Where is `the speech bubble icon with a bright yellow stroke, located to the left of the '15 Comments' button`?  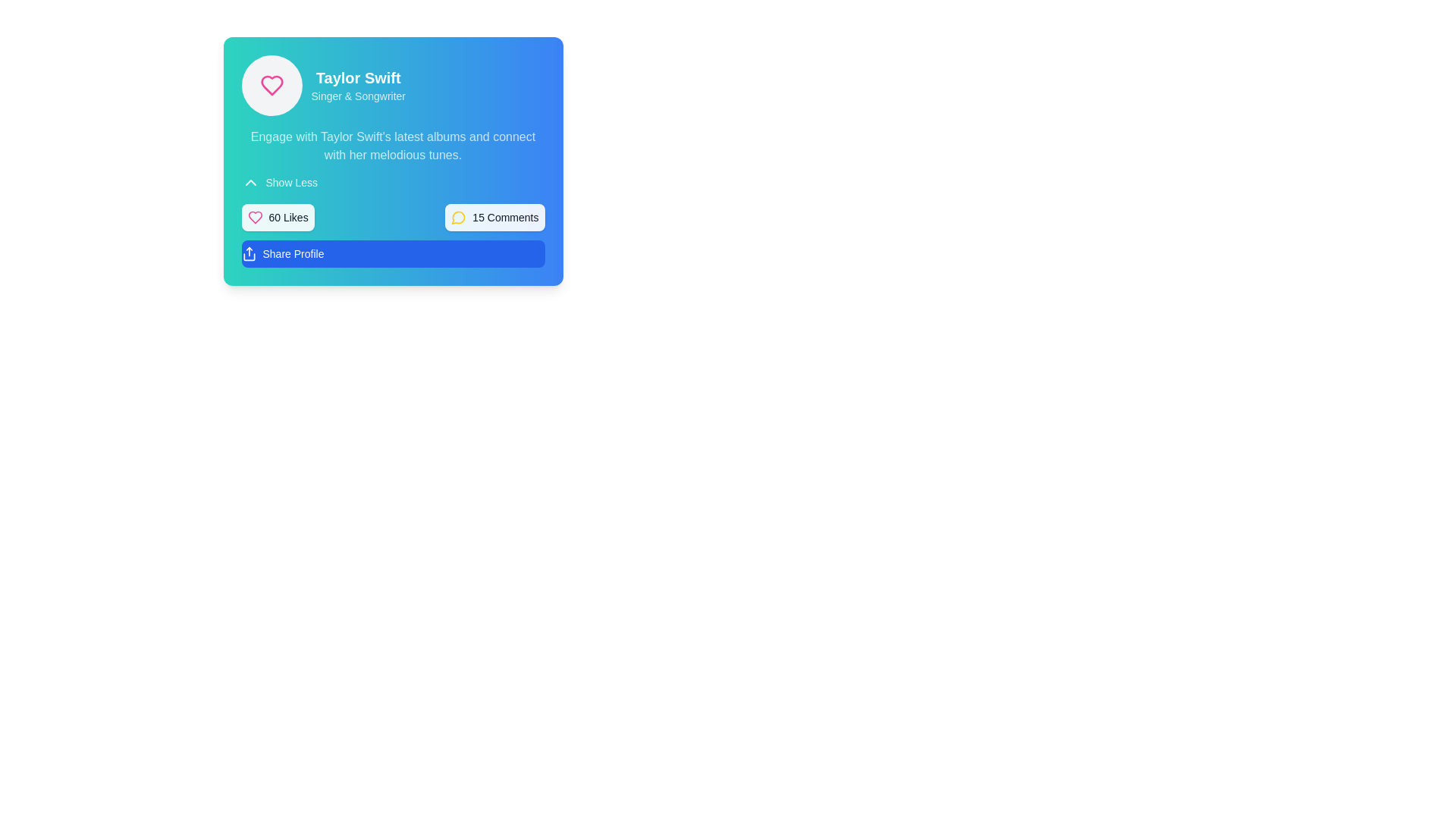 the speech bubble icon with a bright yellow stroke, located to the left of the '15 Comments' button is located at coordinates (458, 217).